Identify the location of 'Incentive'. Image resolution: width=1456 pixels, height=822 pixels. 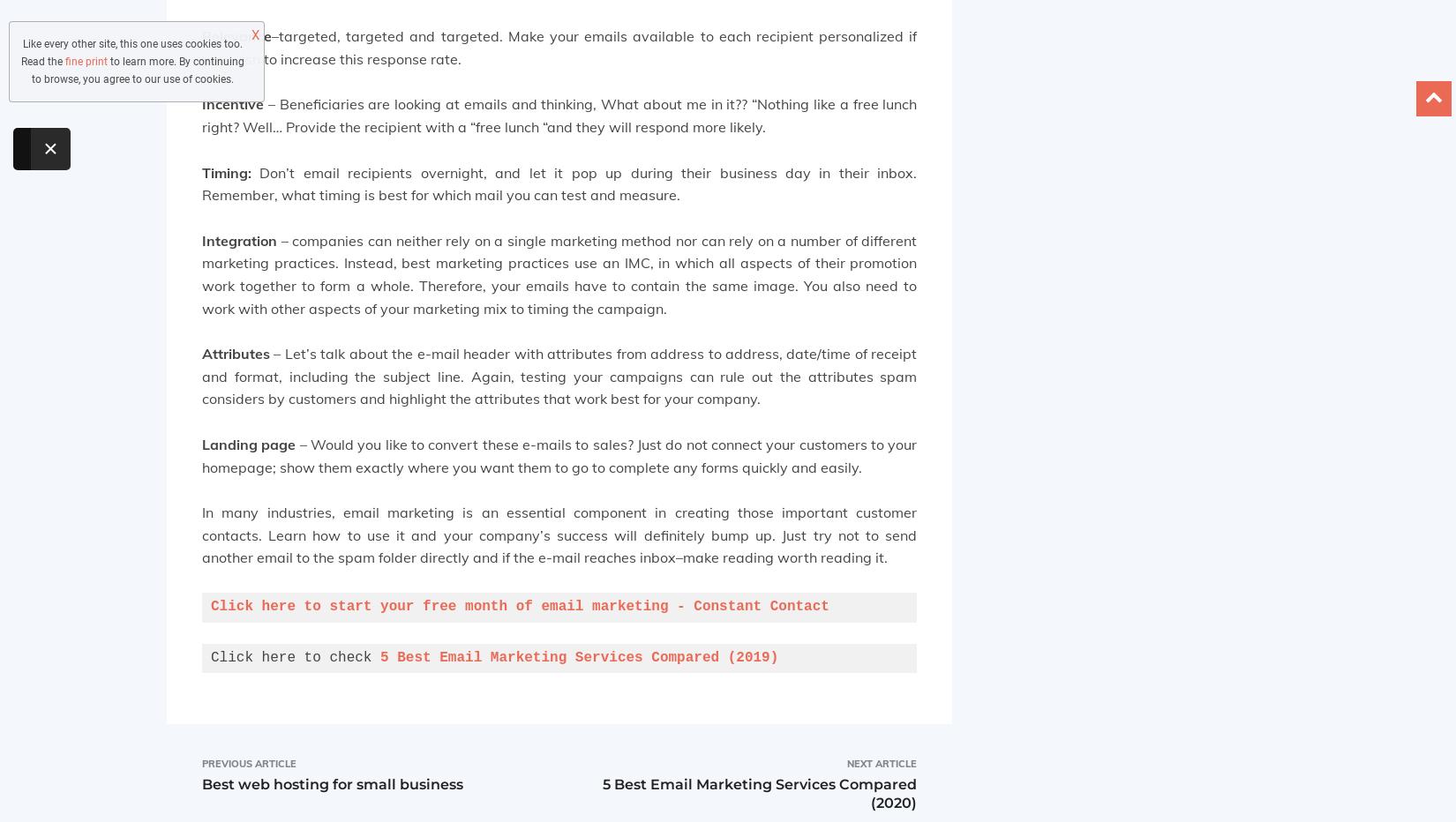
(233, 102).